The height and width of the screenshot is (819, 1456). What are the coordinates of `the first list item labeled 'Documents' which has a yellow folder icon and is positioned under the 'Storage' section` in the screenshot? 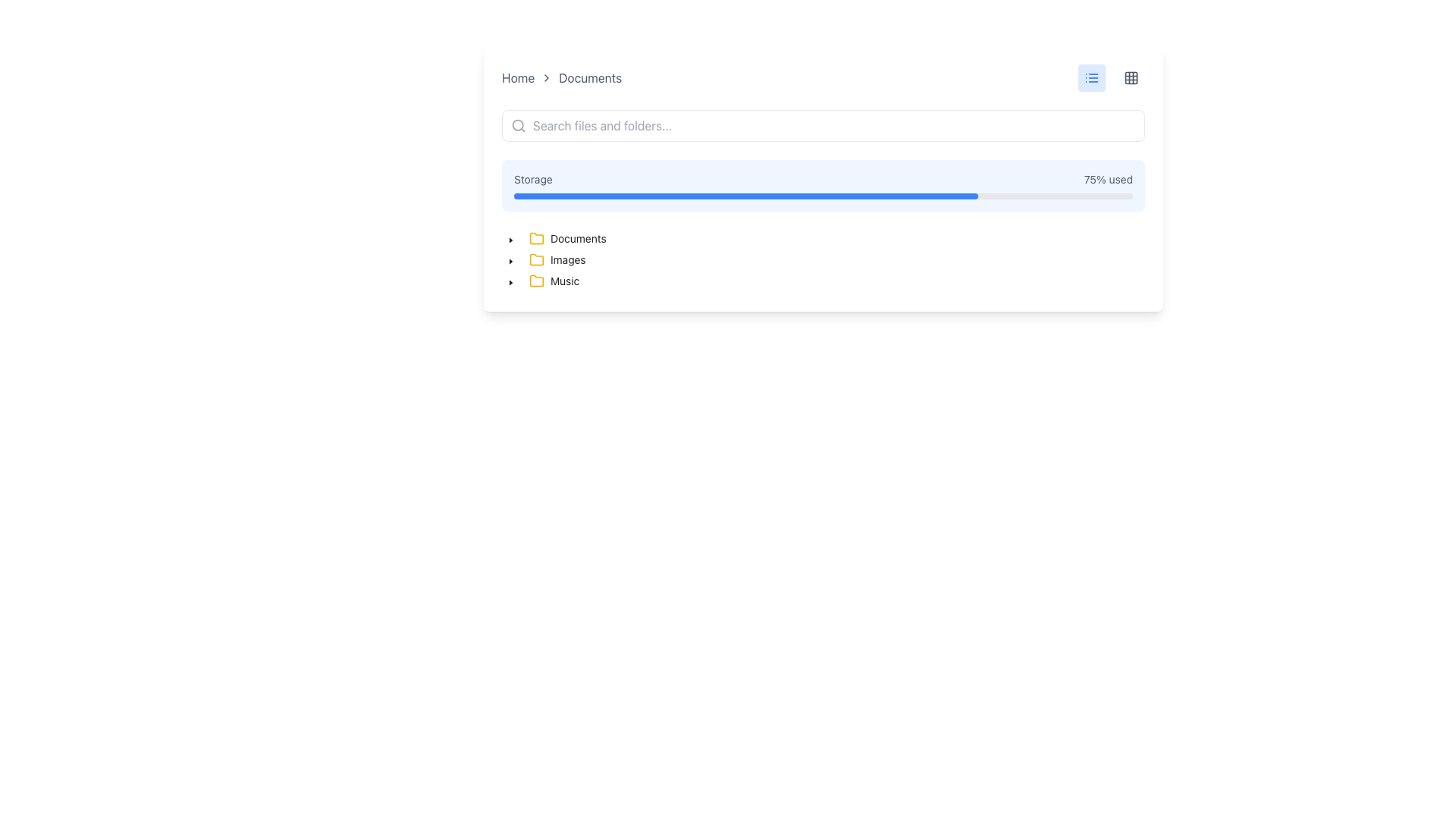 It's located at (566, 239).